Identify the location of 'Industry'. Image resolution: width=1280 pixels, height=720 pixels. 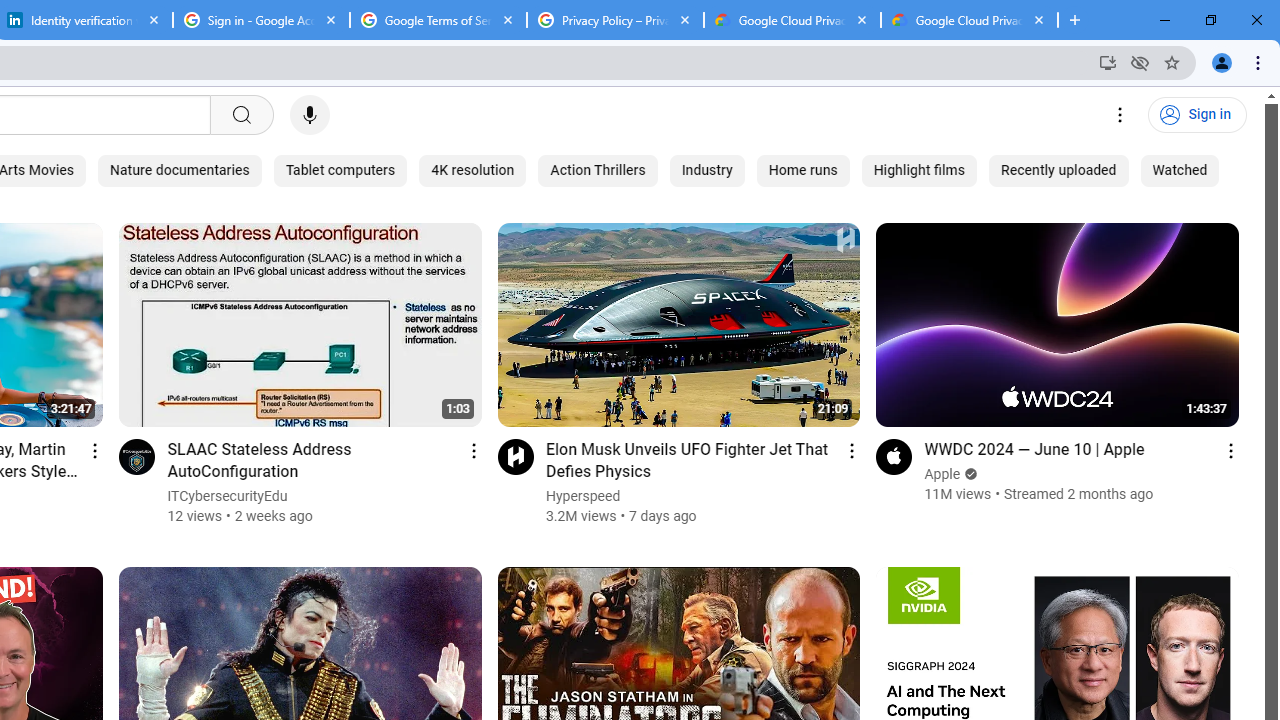
(707, 170).